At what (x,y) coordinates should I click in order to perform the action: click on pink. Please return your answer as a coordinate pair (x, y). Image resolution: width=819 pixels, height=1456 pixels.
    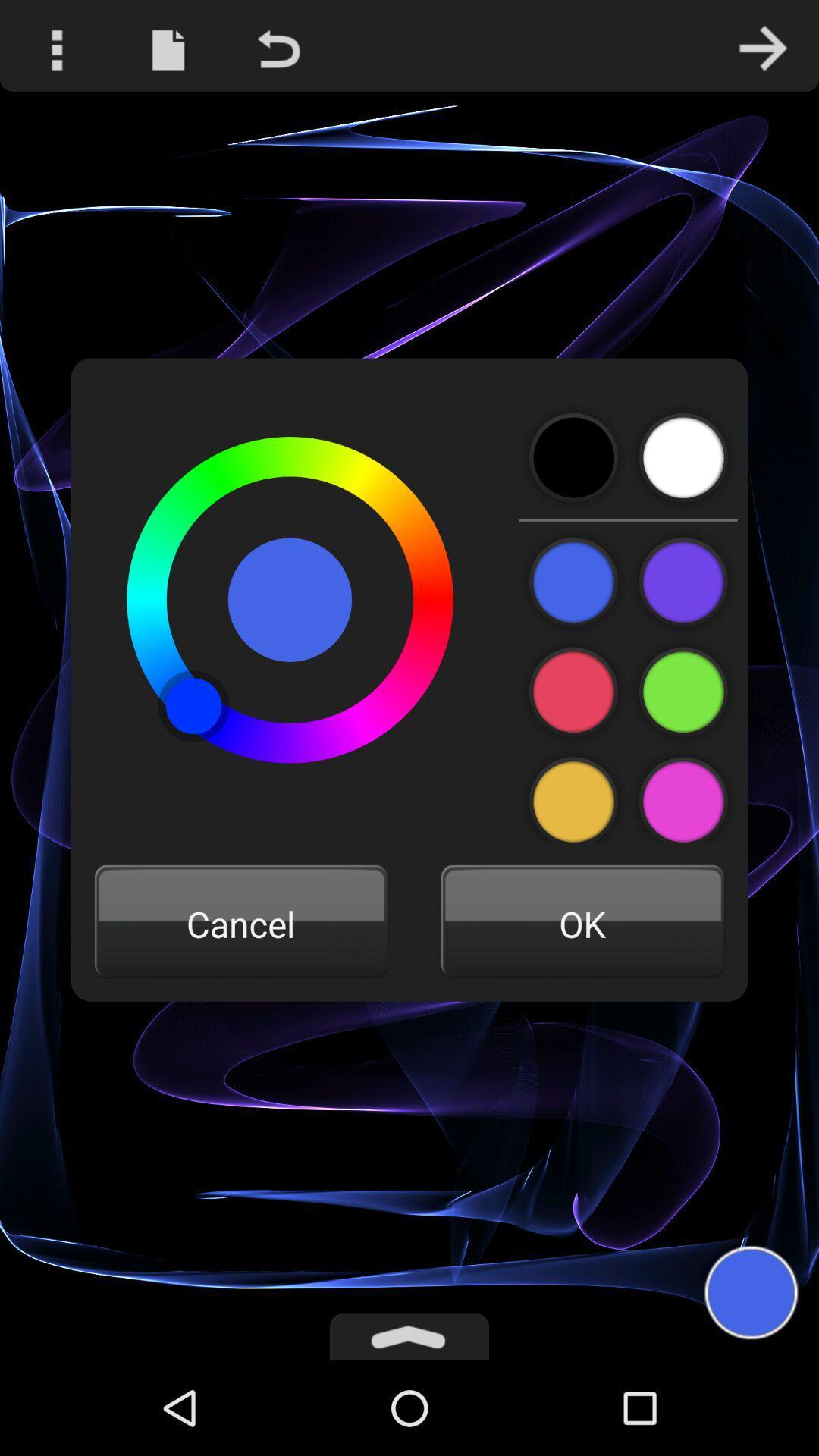
    Looking at the image, I should click on (574, 692).